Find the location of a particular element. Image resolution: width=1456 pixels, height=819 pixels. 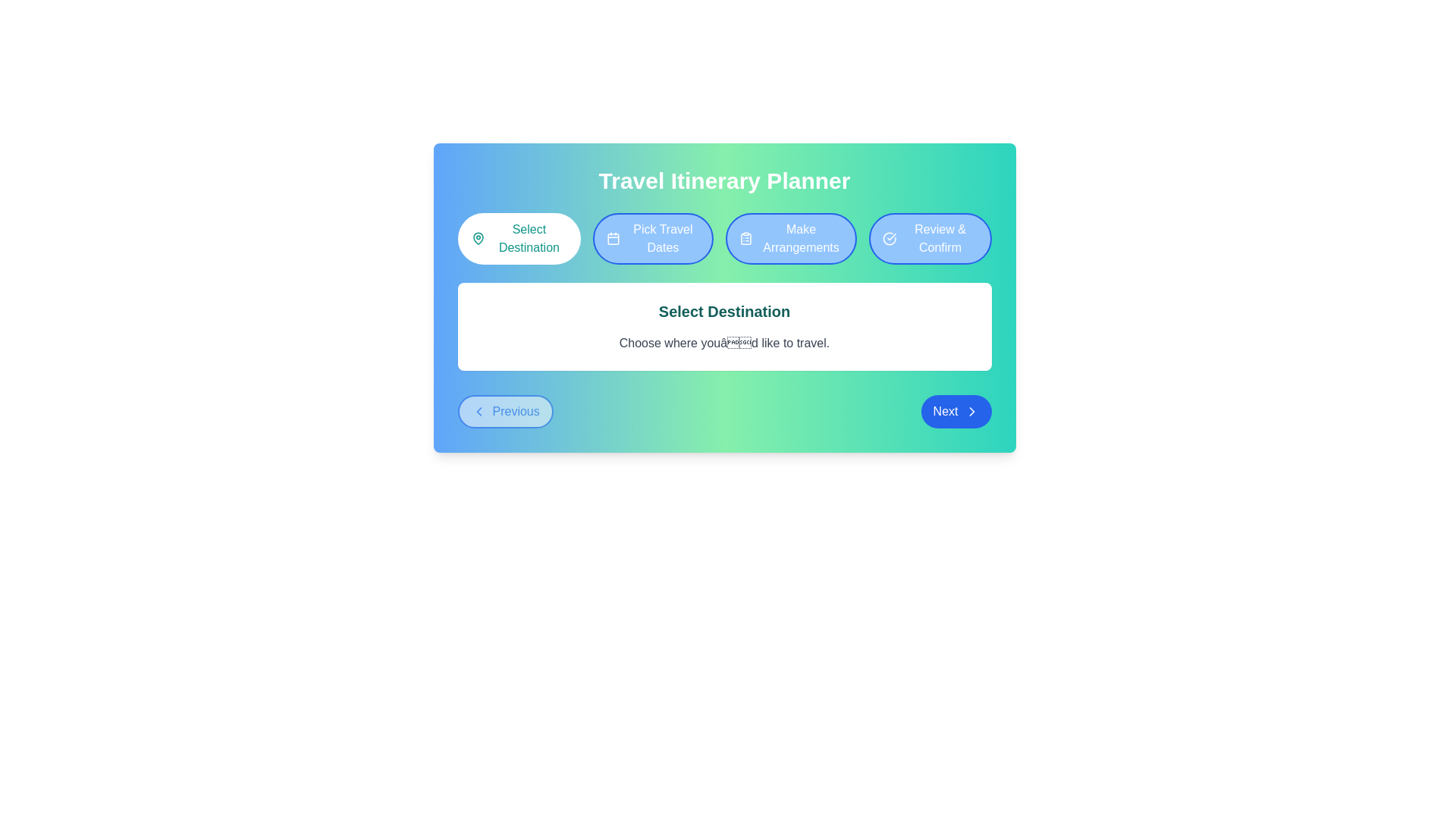

the text label reading 'Choose where you’d like to travel.' which is styled in gray and is part of a card-like section in the center of the application is located at coordinates (723, 343).